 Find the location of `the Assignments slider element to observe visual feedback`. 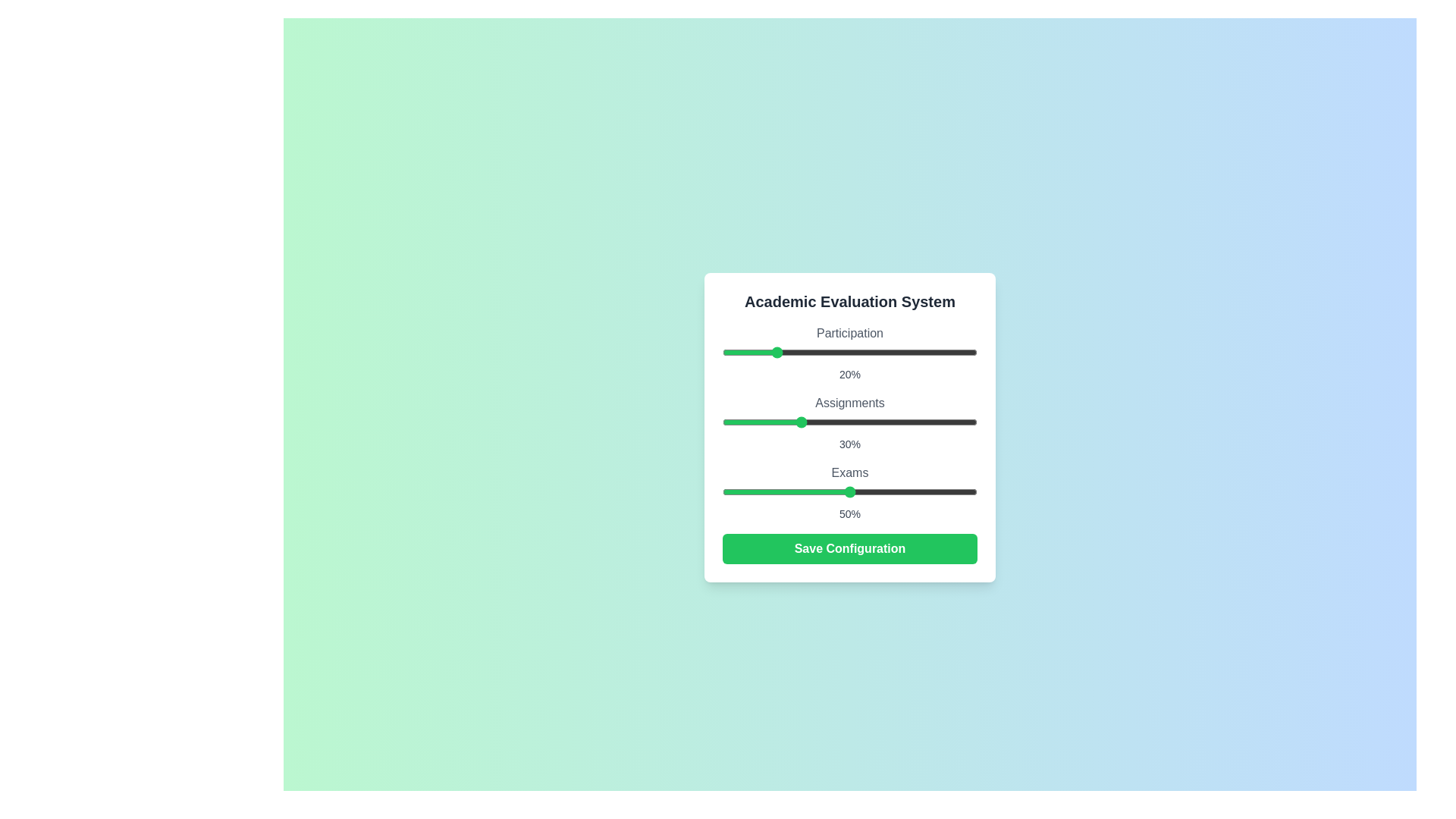

the Assignments slider element to observe visual feedback is located at coordinates (850, 422).